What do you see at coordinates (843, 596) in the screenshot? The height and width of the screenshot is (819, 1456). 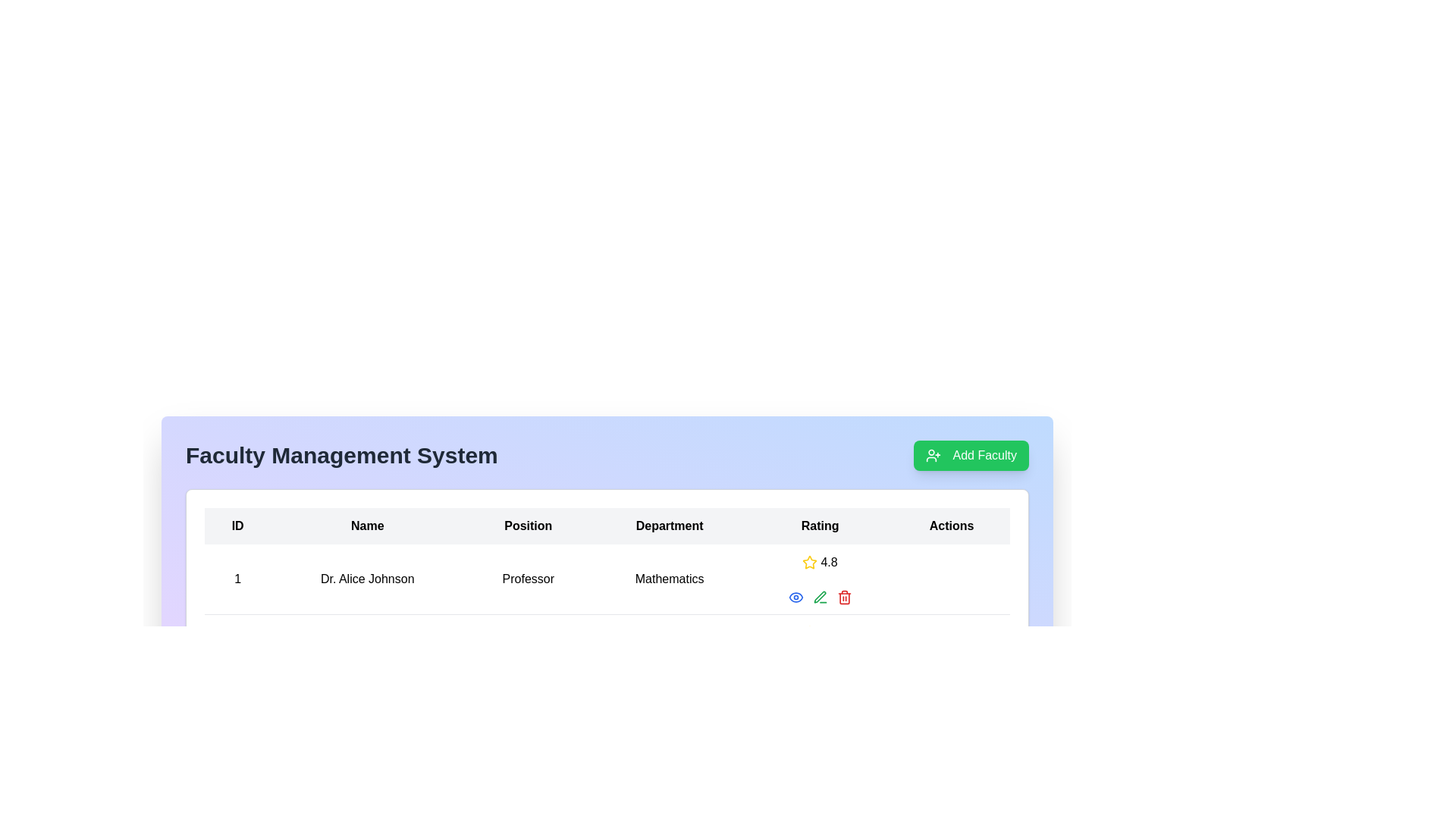 I see `the delete button in the 'Actions' column of the first row` at bounding box center [843, 596].